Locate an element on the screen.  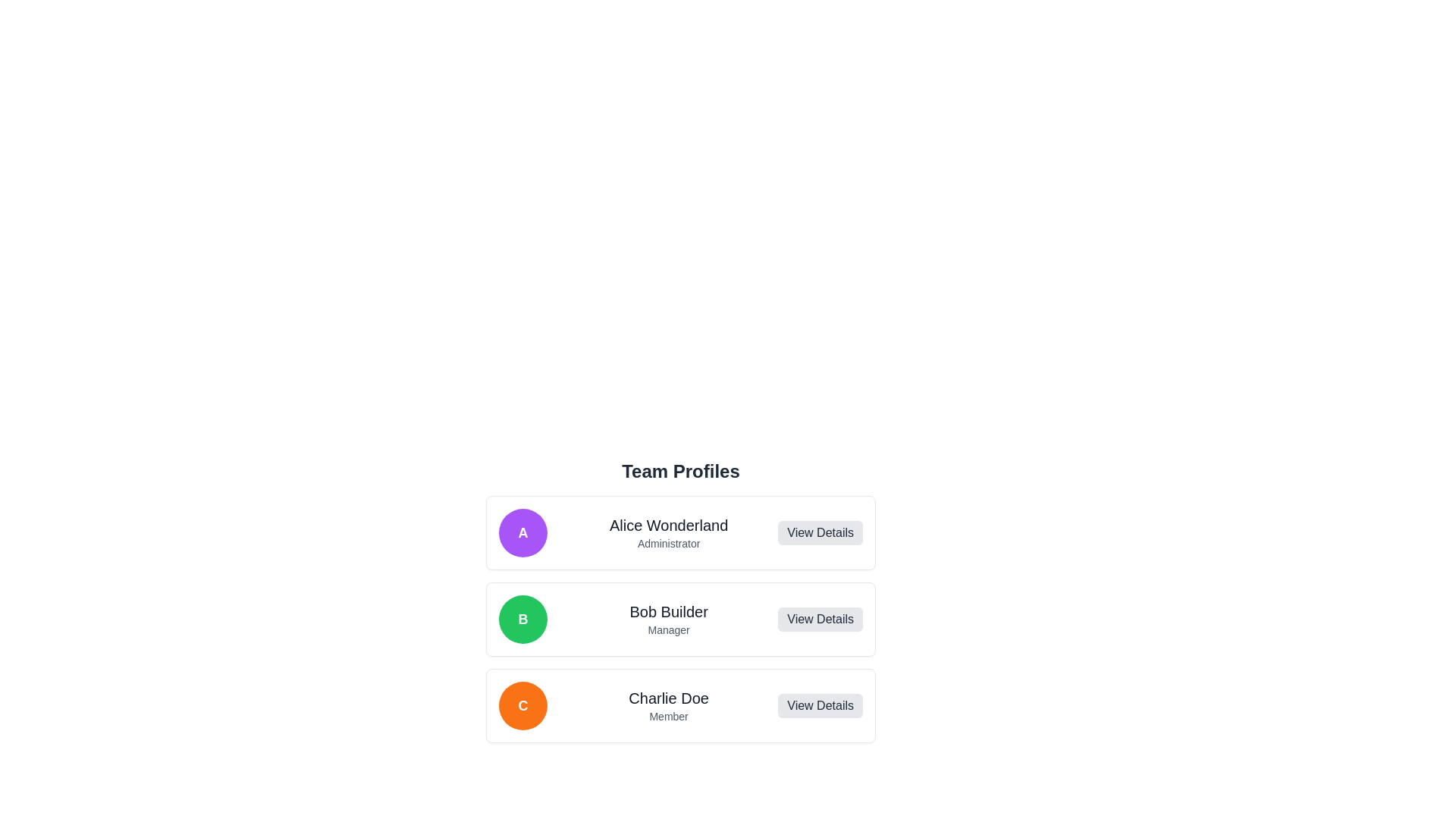
the circular badge component displaying the letter 'C' in white, which is located in the bottom-most profile card adjacent to the details of 'Charlie Doe' is located at coordinates (523, 705).